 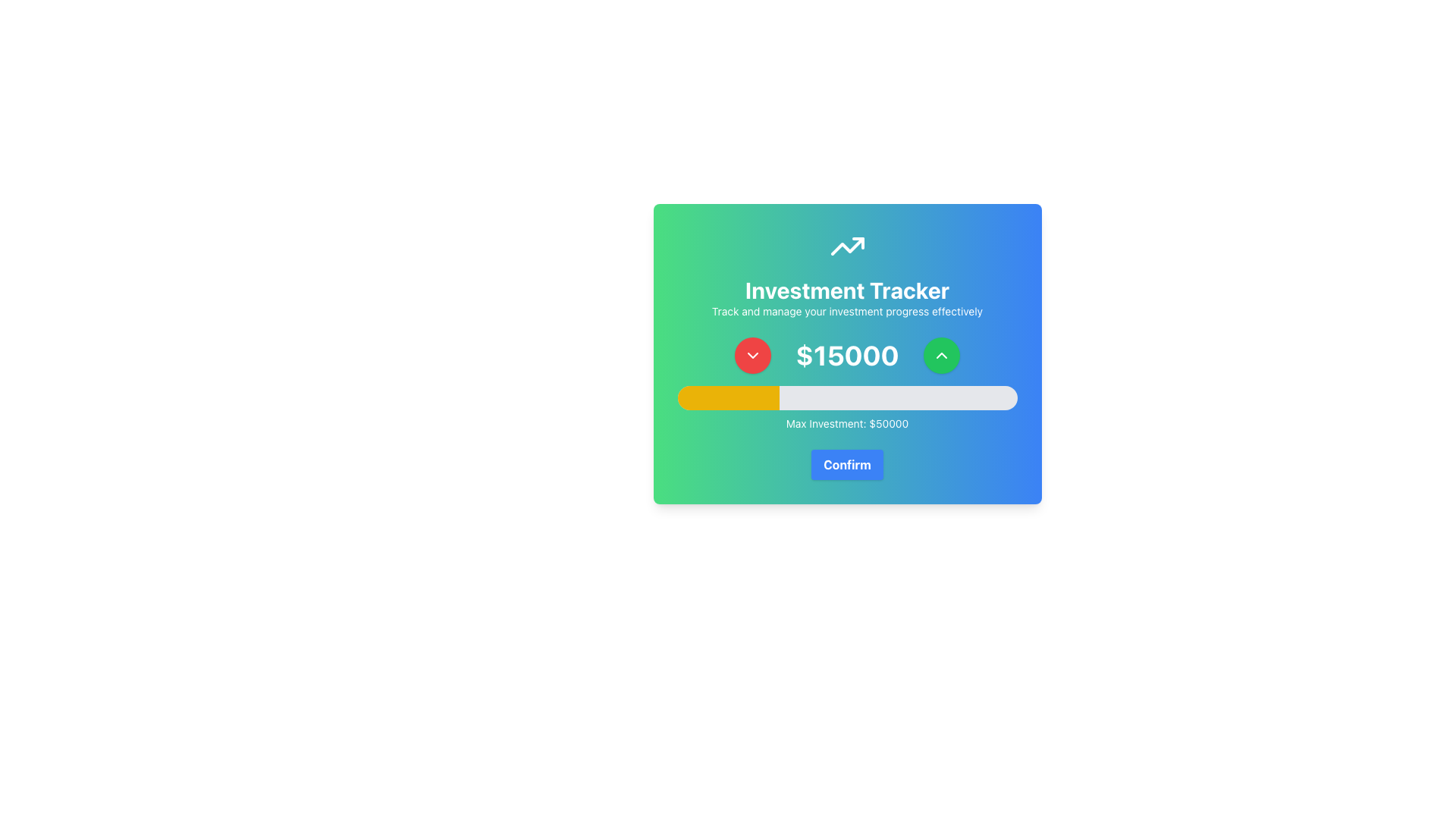 What do you see at coordinates (938, 397) in the screenshot?
I see `progress` at bounding box center [938, 397].